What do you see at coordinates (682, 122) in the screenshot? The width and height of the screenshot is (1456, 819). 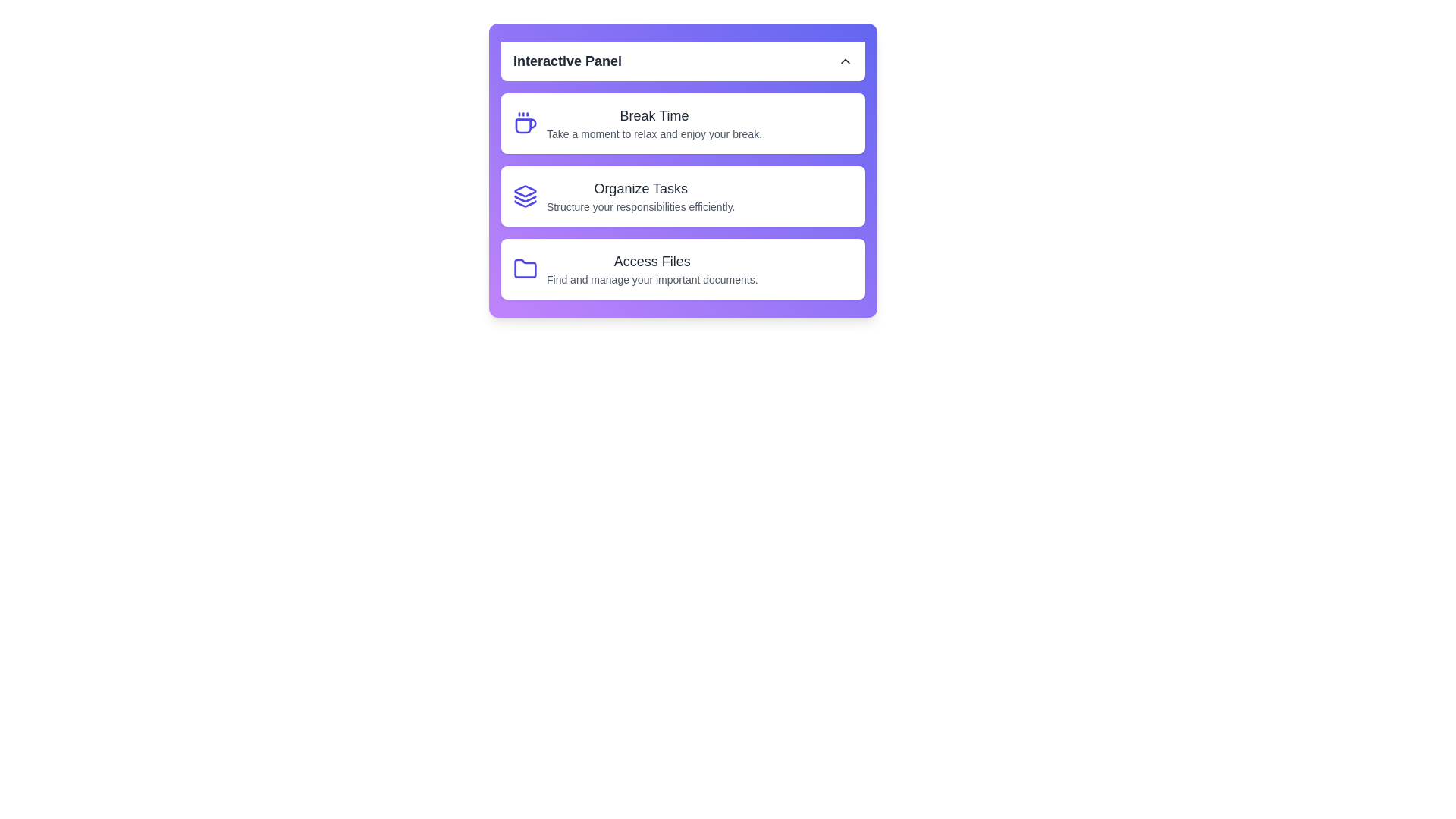 I see `the panel item Break Time to view its hover effect` at bounding box center [682, 122].